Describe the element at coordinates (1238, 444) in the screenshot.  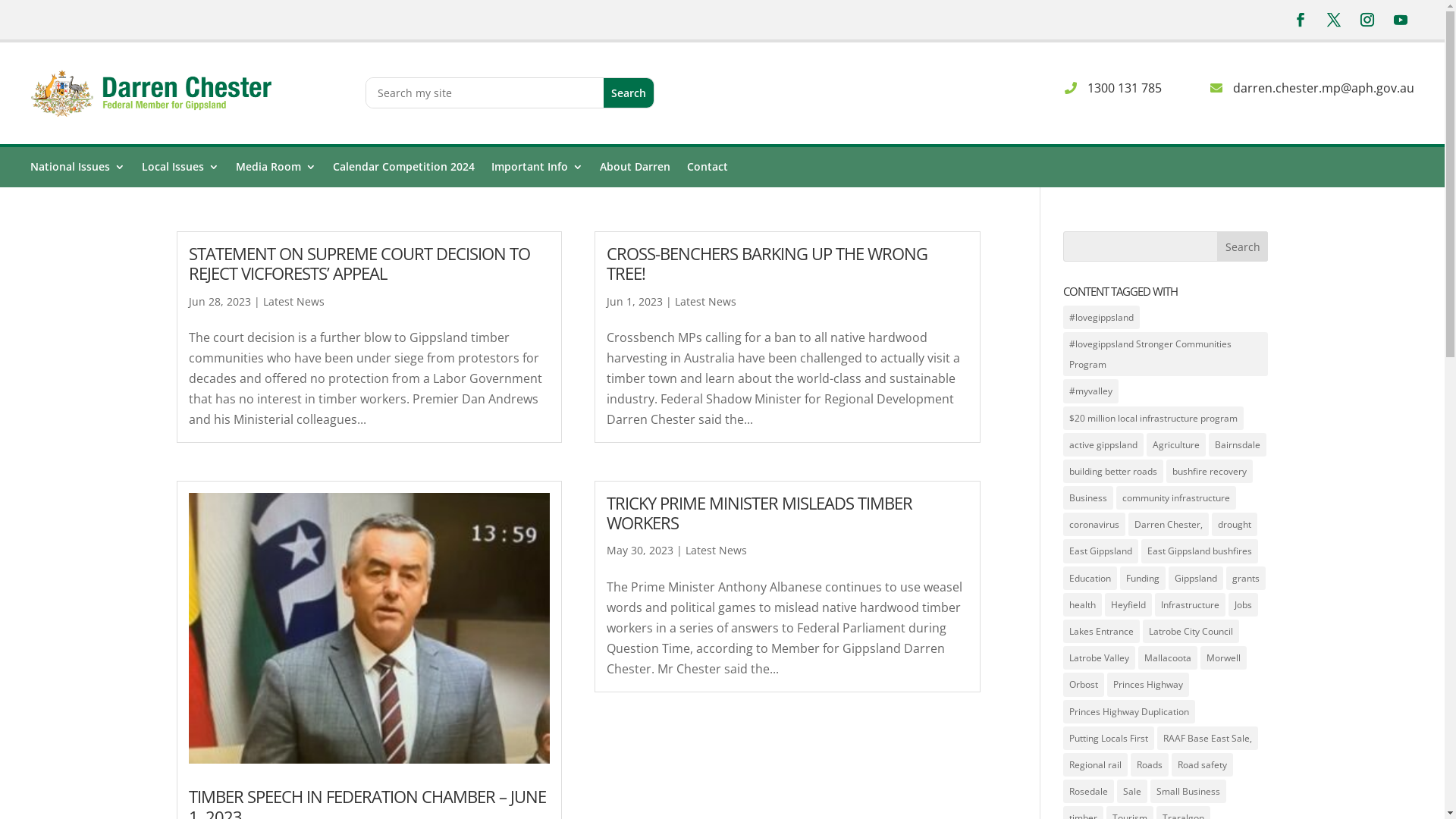
I see `'Bairnsdale'` at that location.